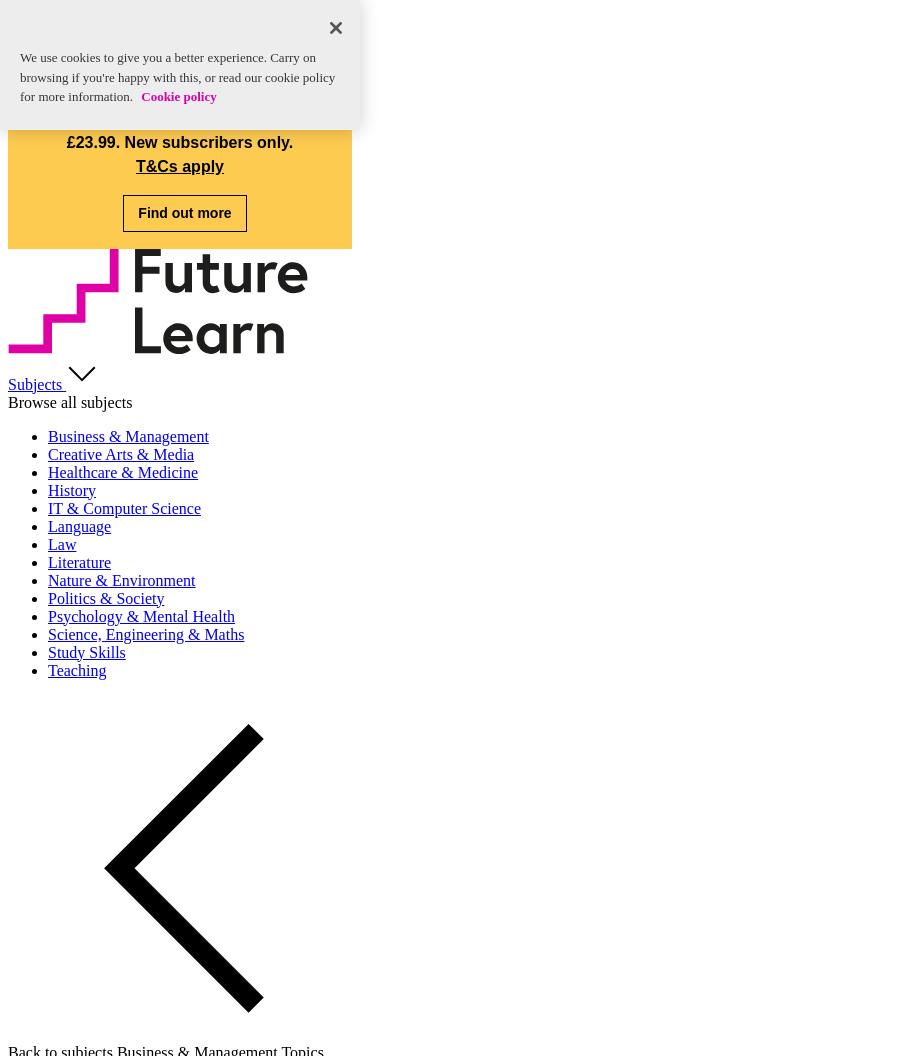 The image size is (908, 1056). Describe the element at coordinates (78, 561) in the screenshot. I see `'Literature'` at that location.